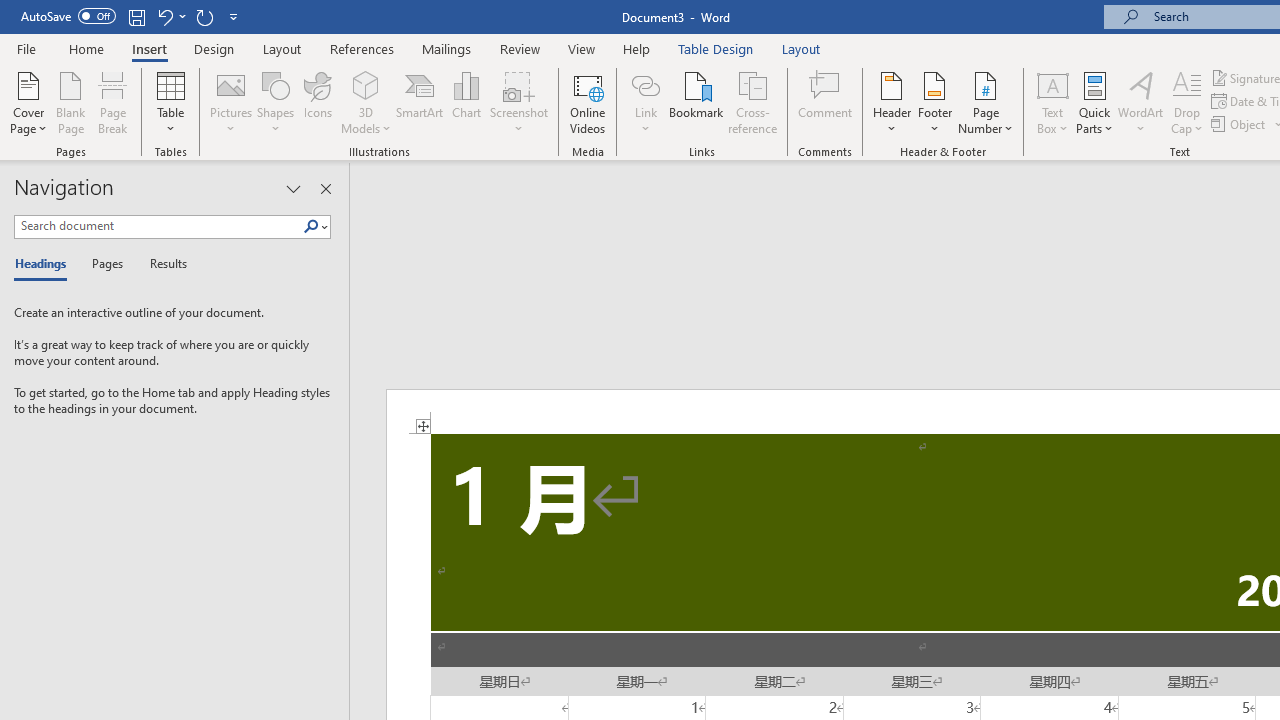 The height and width of the screenshot is (720, 1280). Describe the element at coordinates (28, 103) in the screenshot. I see `'Cover Page'` at that location.